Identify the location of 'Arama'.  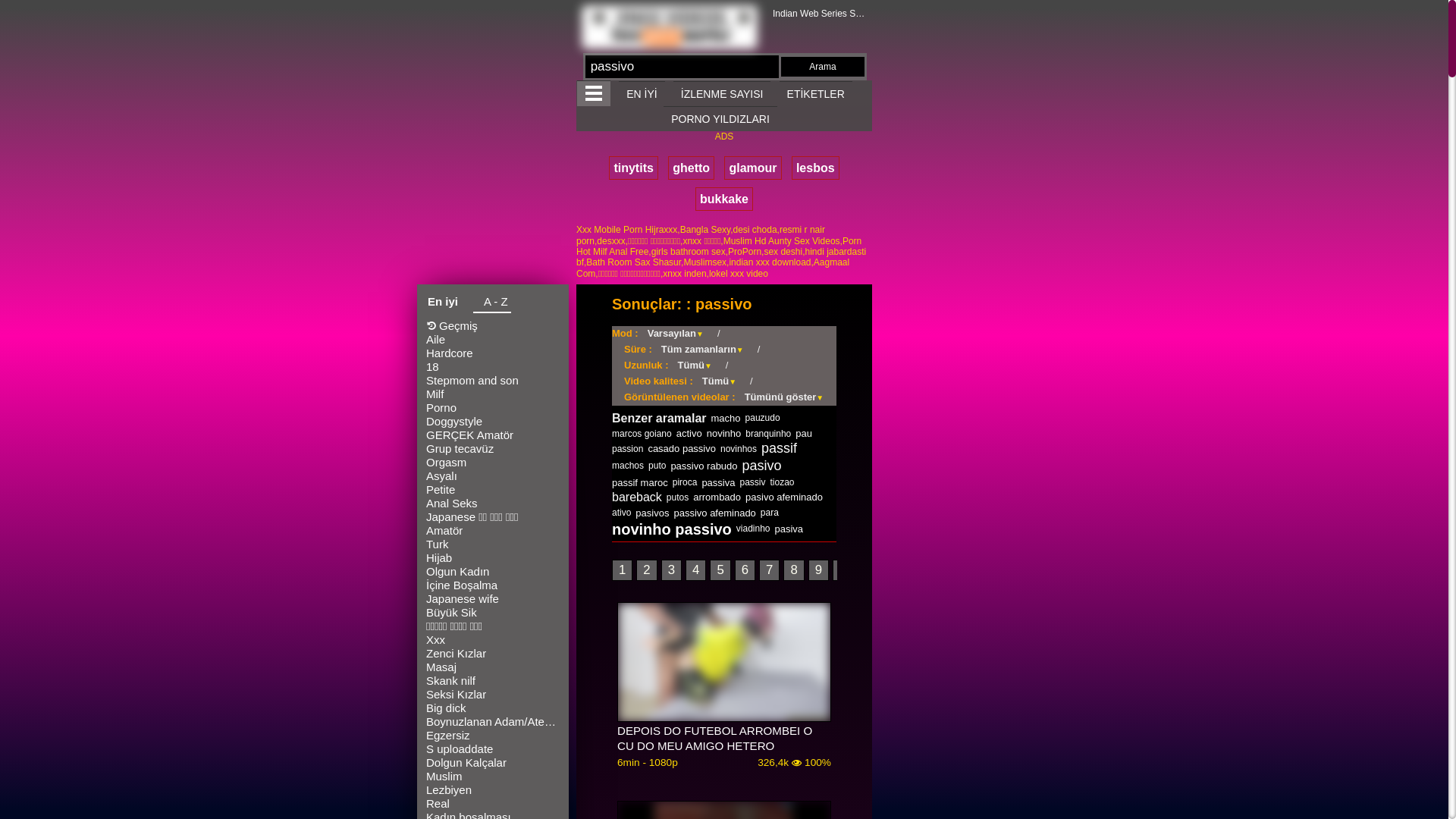
(821, 66).